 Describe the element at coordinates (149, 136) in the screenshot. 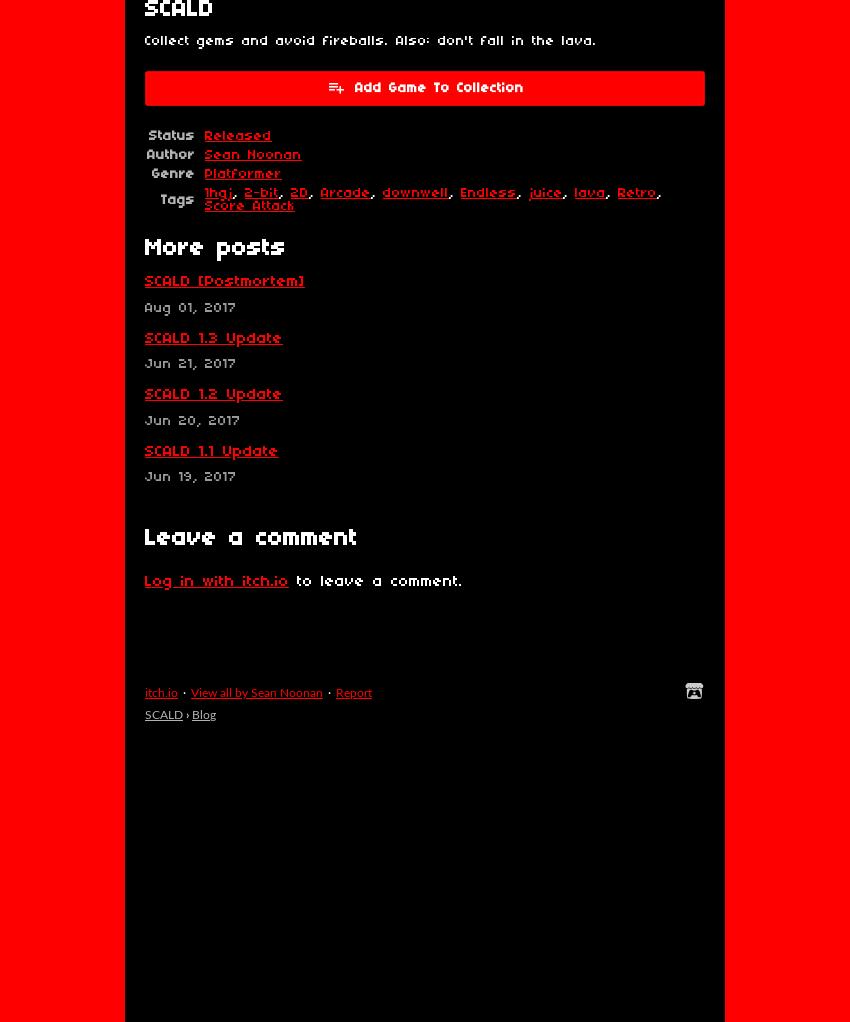

I see `'Status'` at that location.